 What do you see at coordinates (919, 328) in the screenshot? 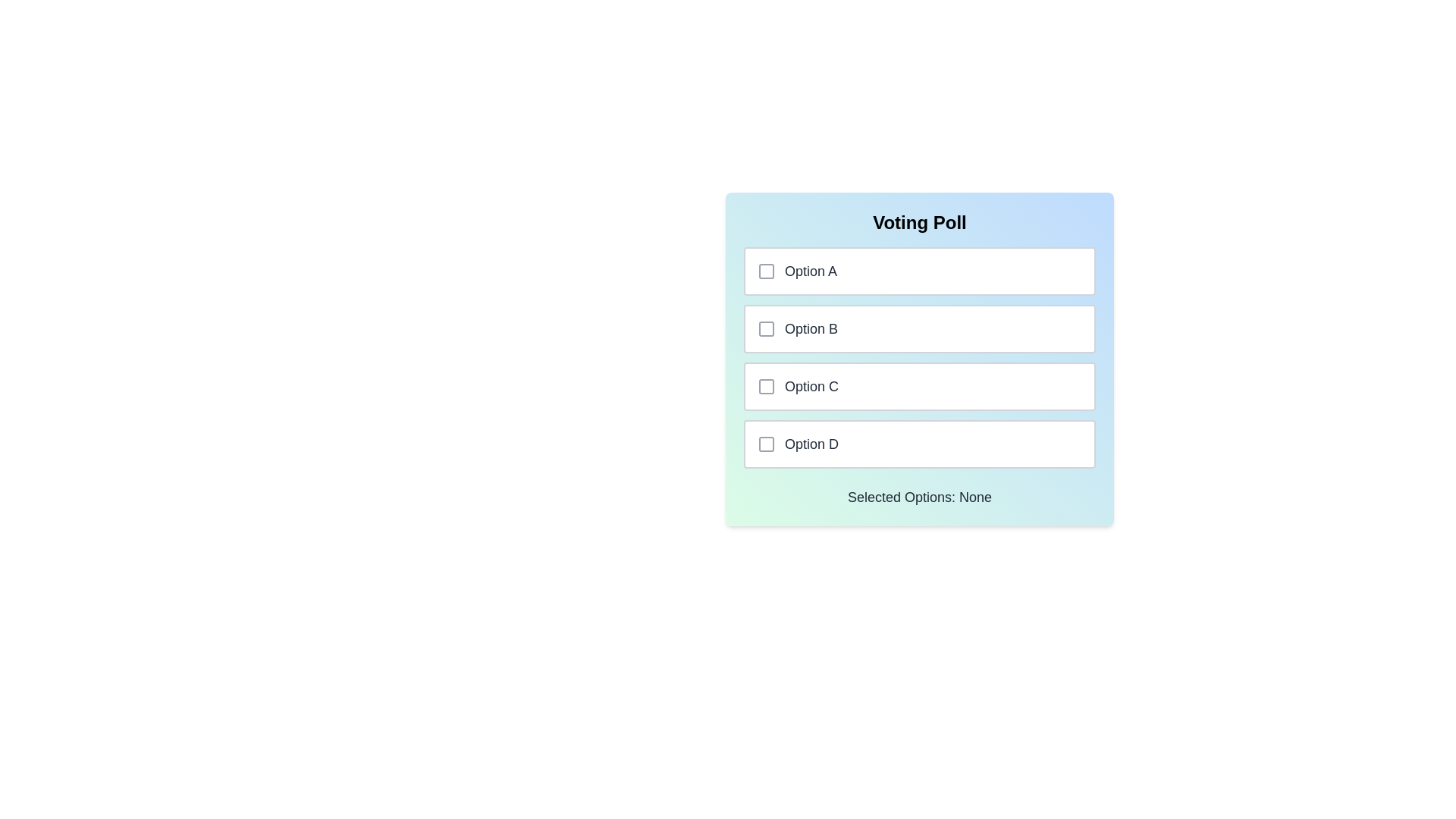
I see `the option Option B to toggle its selection` at bounding box center [919, 328].